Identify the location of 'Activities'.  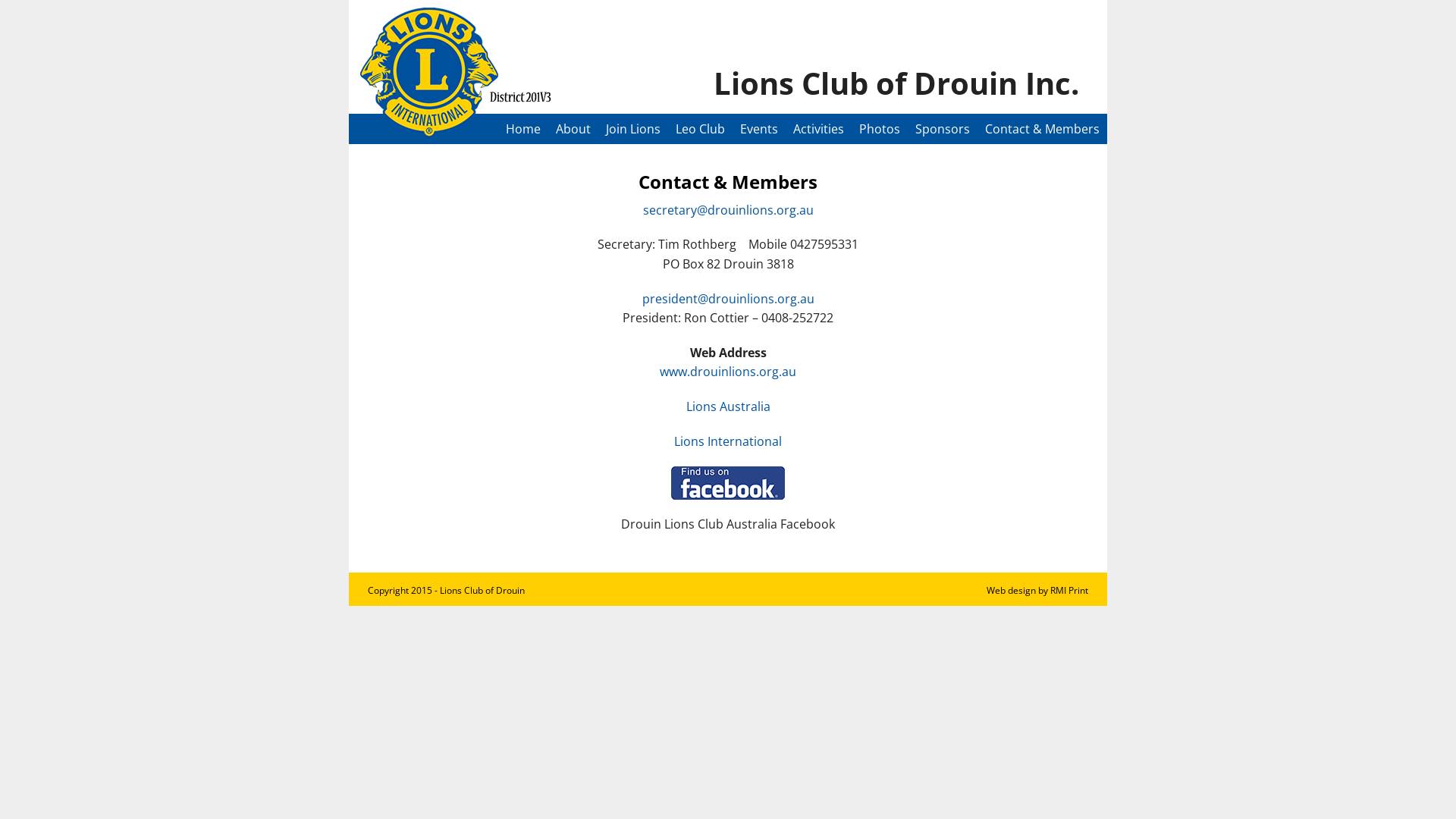
(817, 127).